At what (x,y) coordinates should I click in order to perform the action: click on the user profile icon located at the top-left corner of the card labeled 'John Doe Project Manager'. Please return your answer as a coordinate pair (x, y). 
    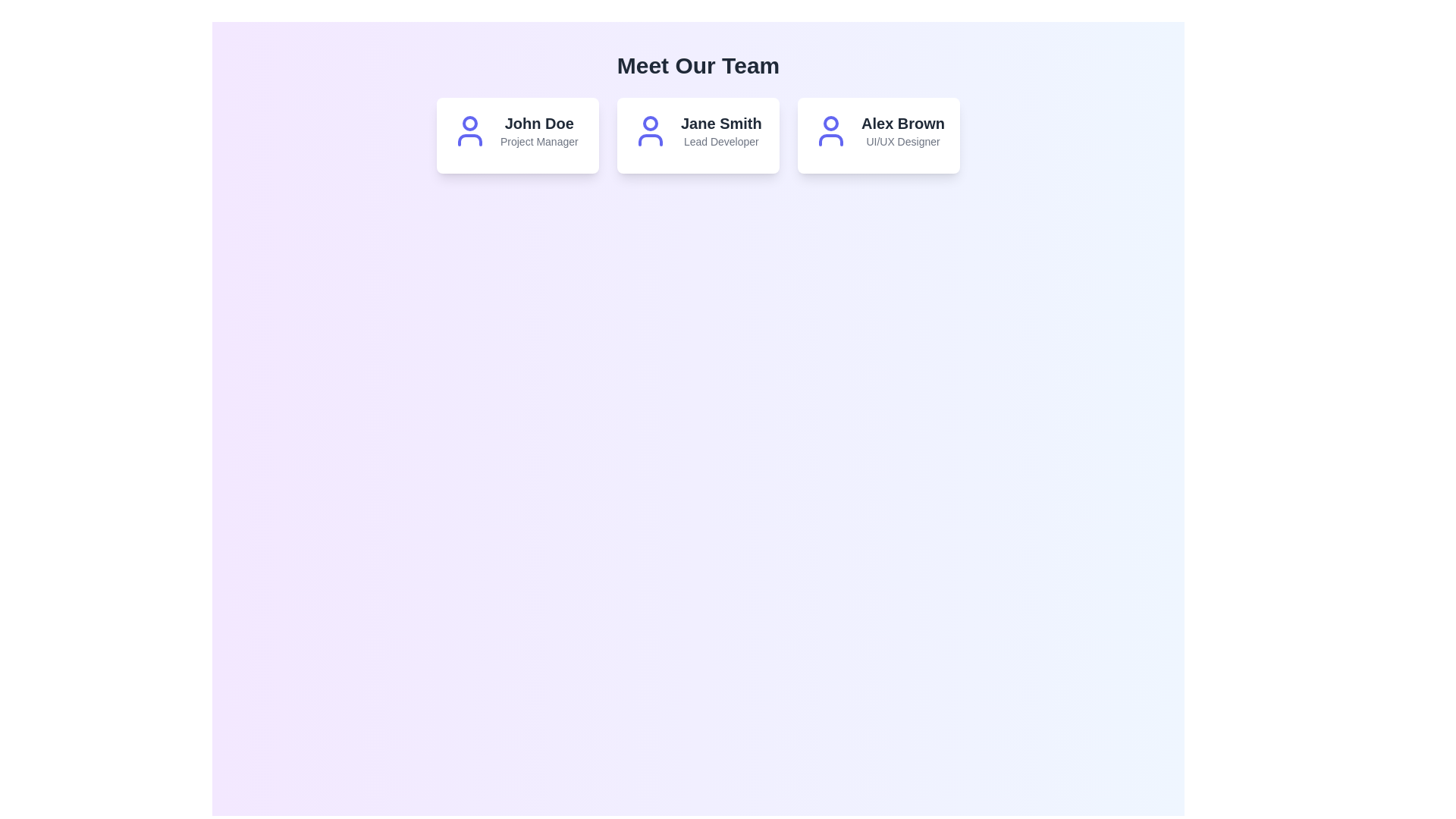
    Looking at the image, I should click on (469, 130).